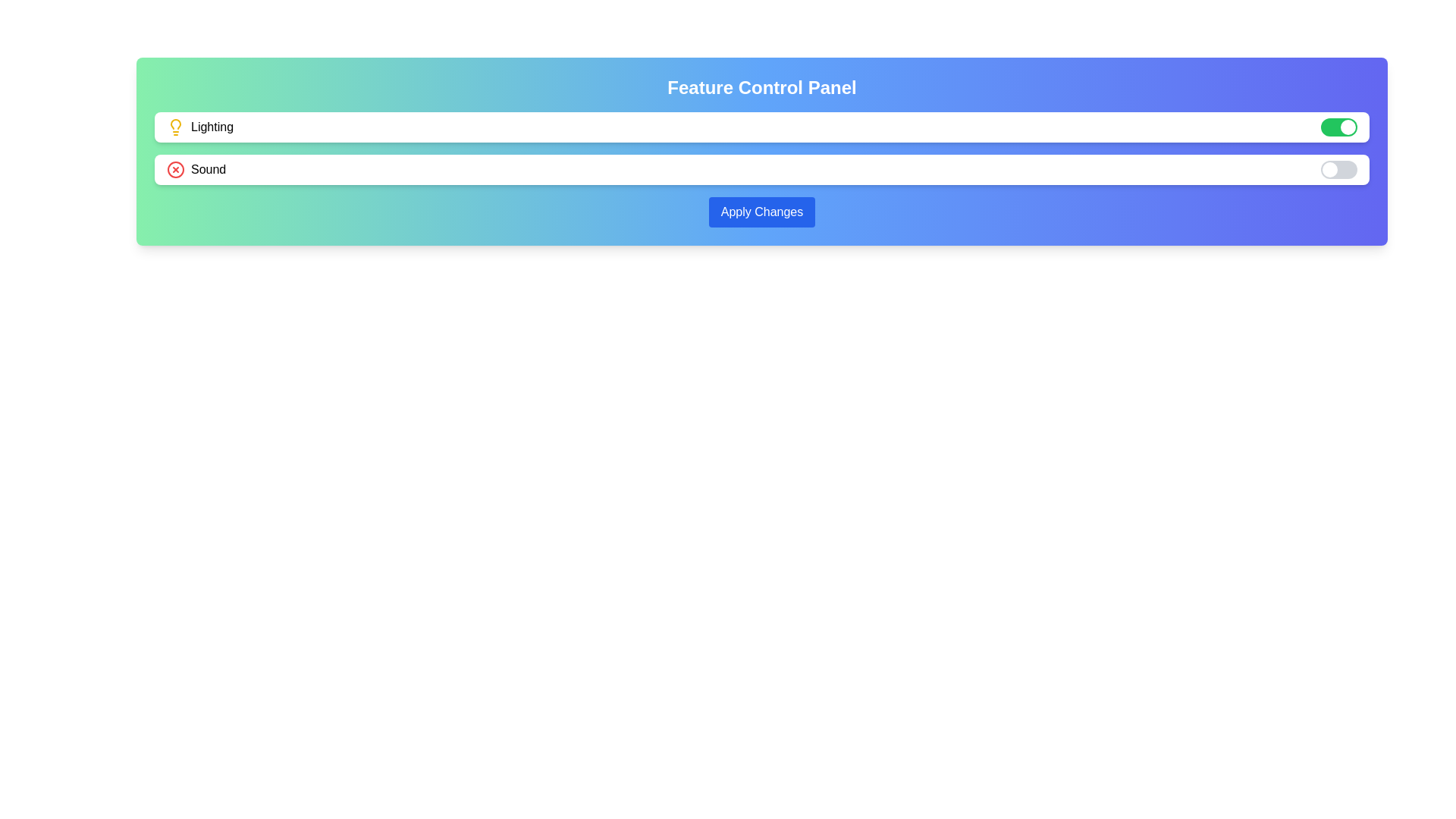  What do you see at coordinates (175, 127) in the screenshot?
I see `the stylized yellow lightbulb icon located to the immediate left of the 'Lighting' label in the first row of the control panel` at bounding box center [175, 127].